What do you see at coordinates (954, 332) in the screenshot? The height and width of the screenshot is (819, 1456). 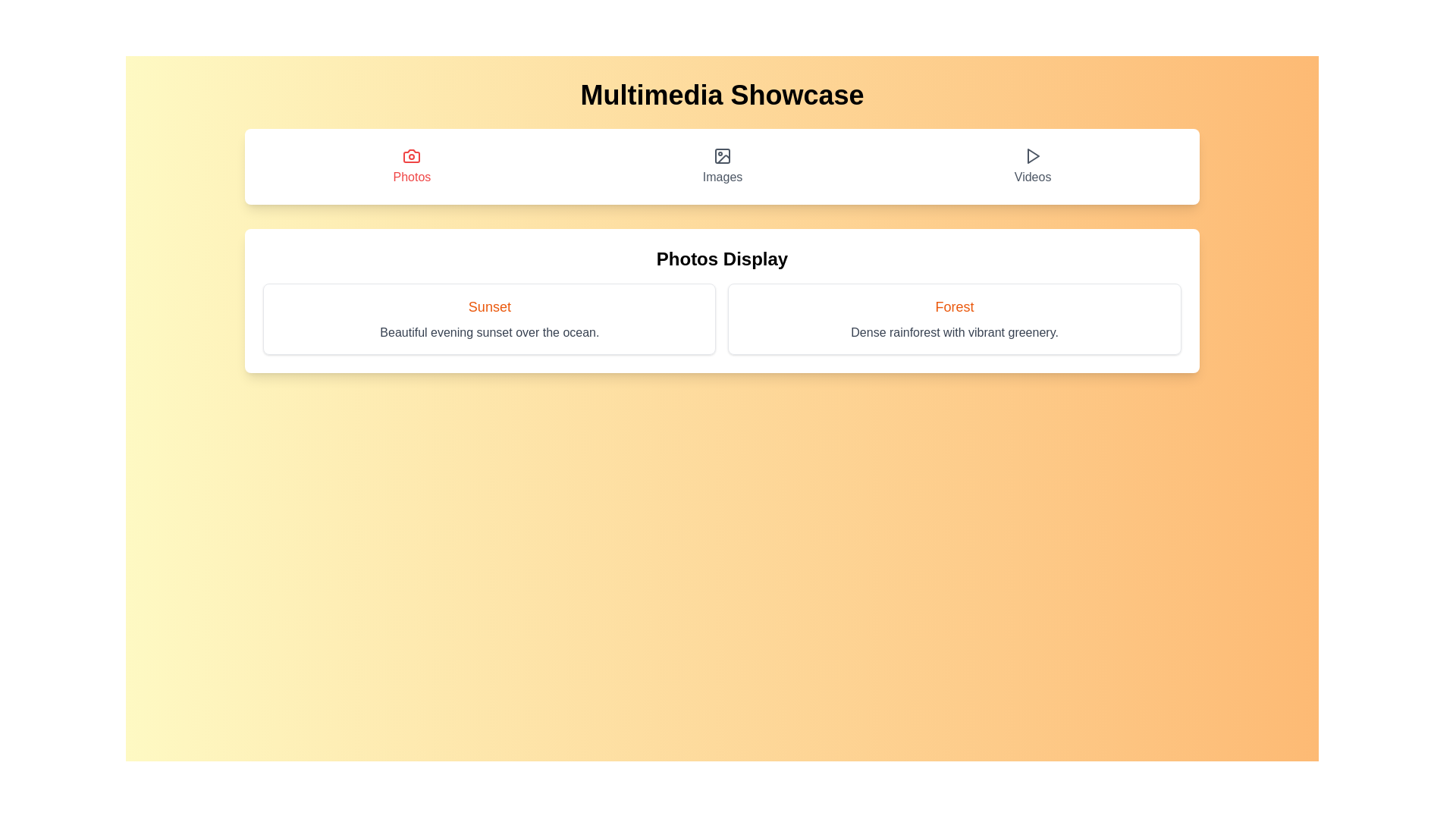 I see `static text displaying 'Dense rainforest with vibrant greenery.' located under the 'Forest' heading in the 'Photos Display' section` at bounding box center [954, 332].